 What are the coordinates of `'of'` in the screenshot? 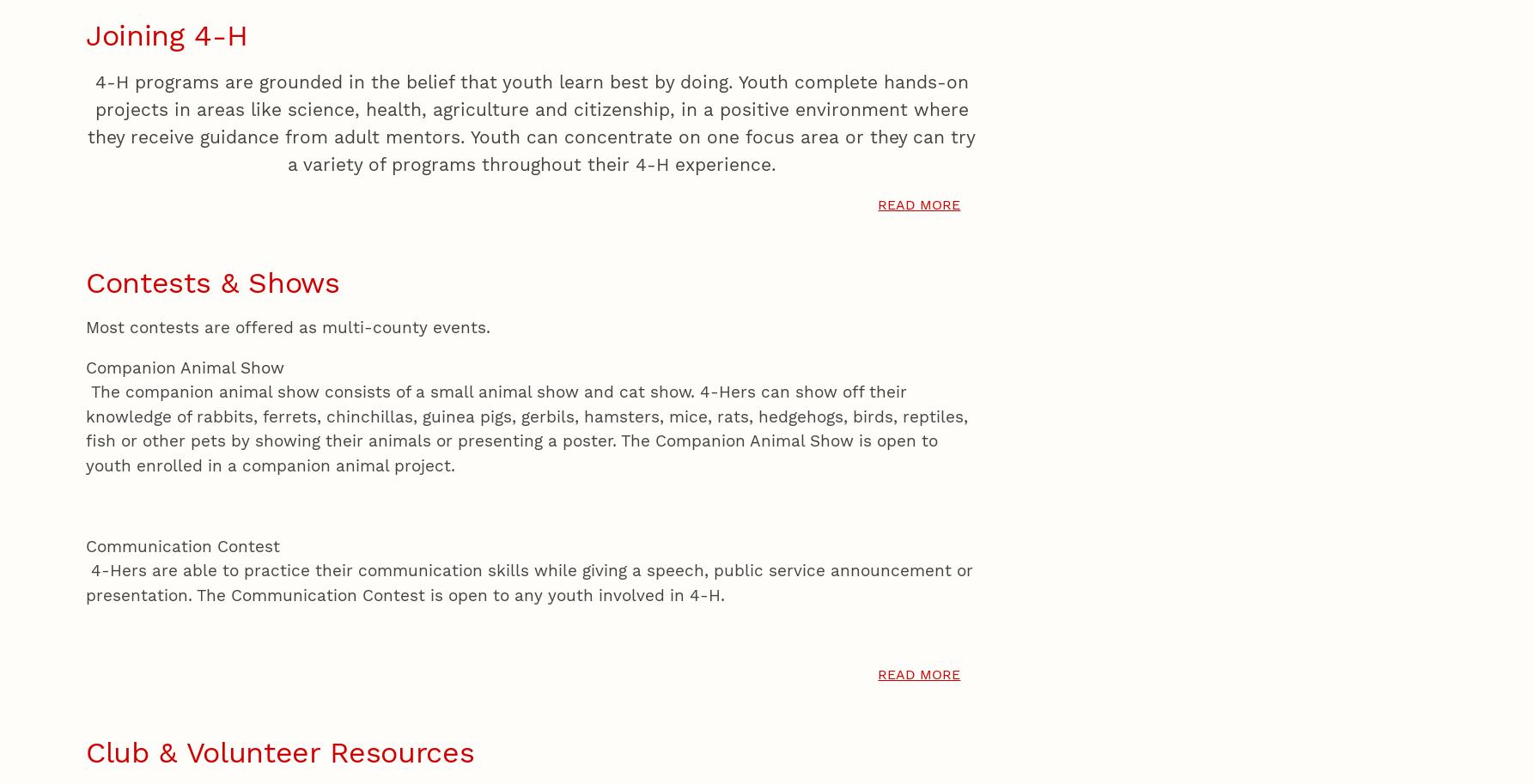 It's located at (186, 160).